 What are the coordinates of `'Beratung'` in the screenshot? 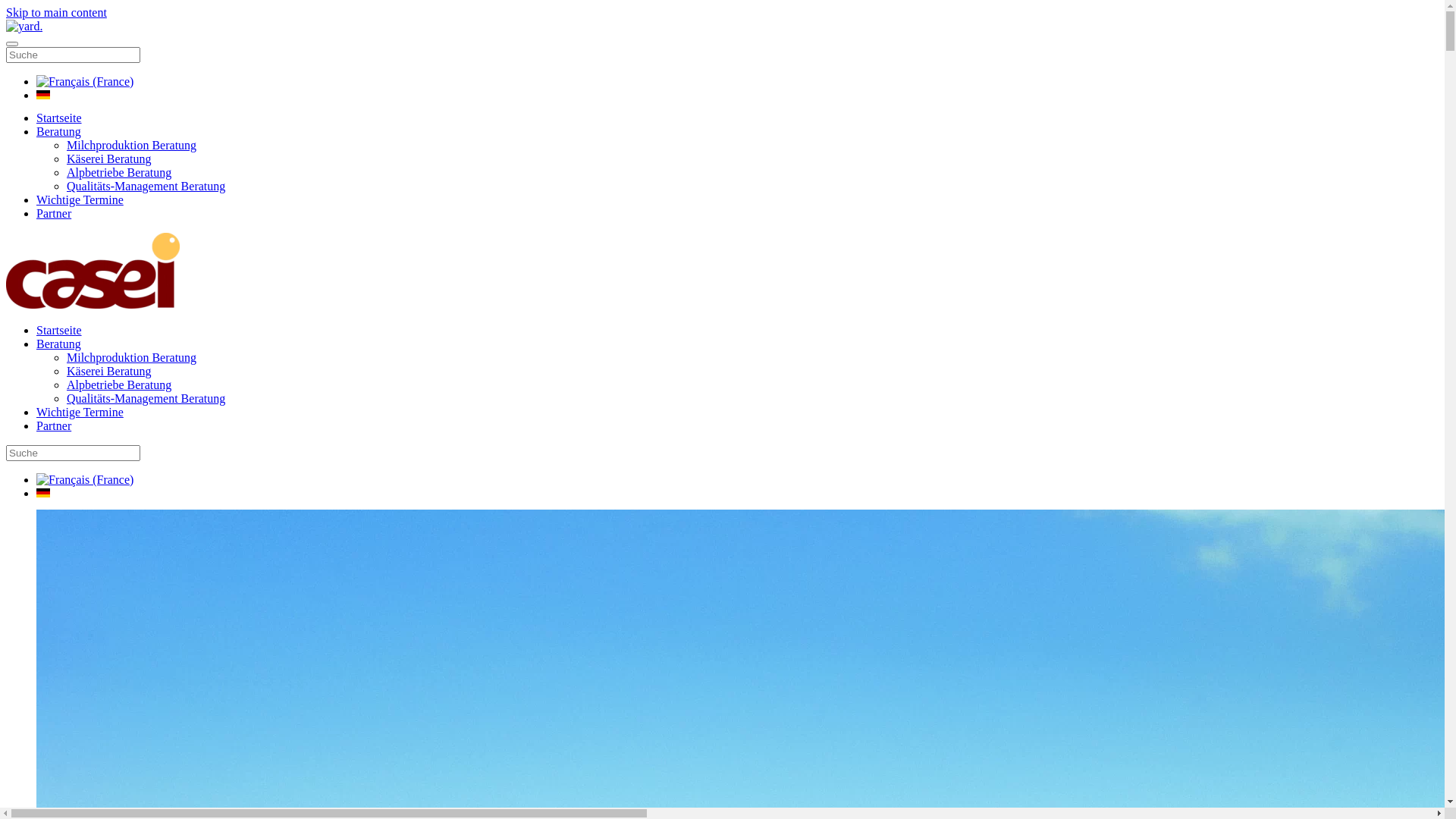 It's located at (58, 130).